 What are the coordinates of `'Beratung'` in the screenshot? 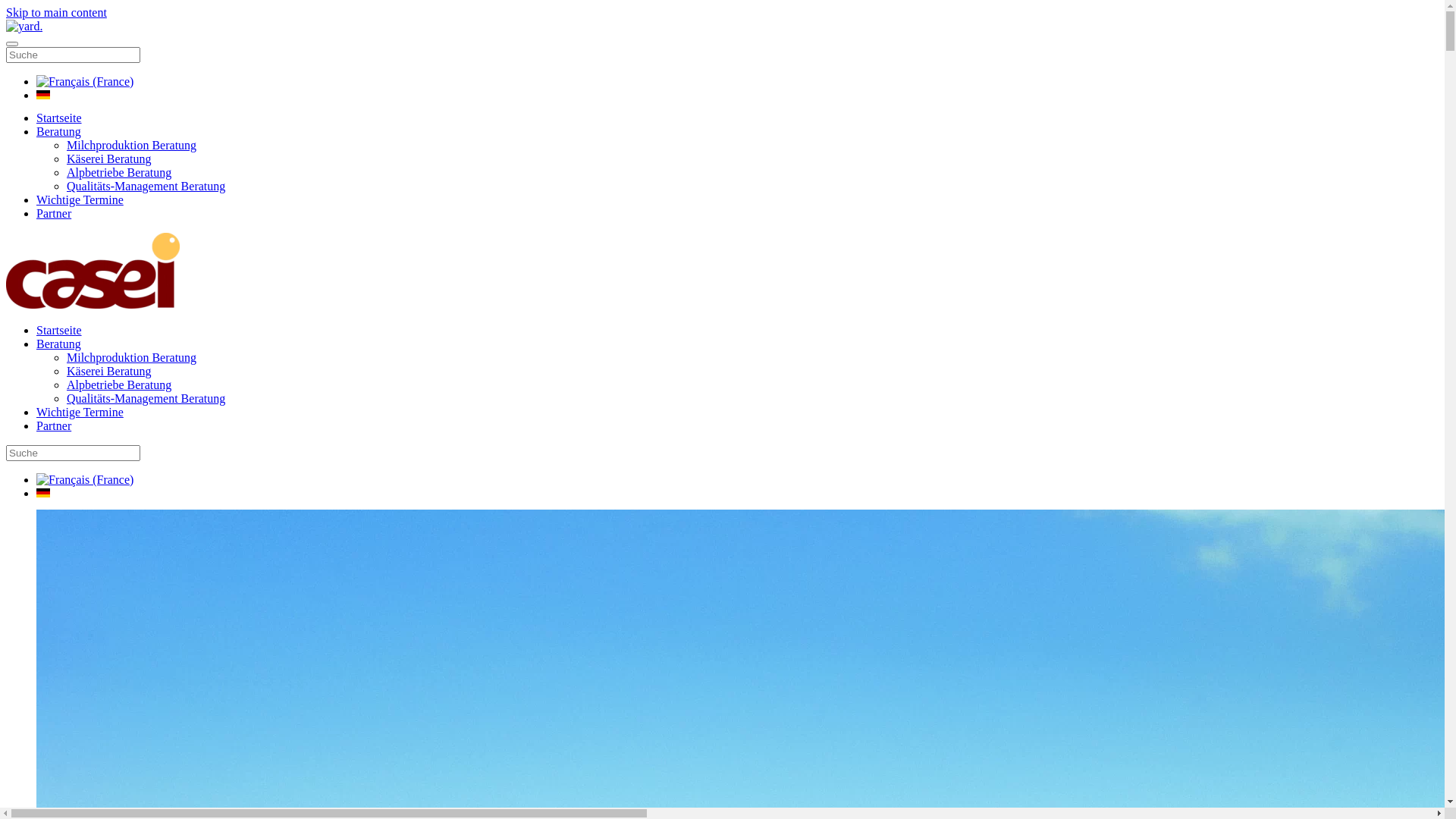 It's located at (58, 130).